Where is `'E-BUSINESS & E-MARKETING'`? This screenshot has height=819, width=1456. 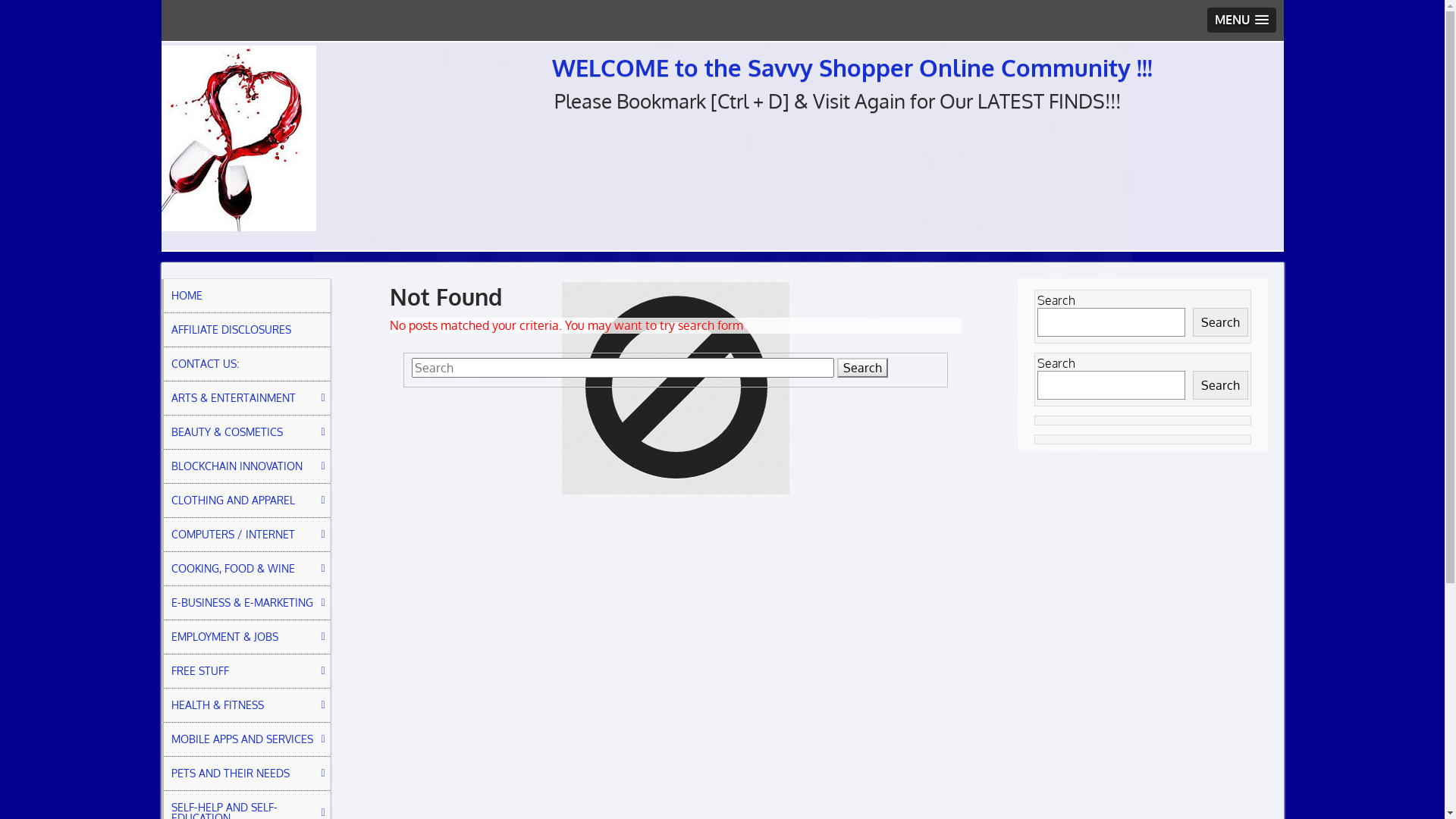 'E-BUSINESS & E-MARKETING' is located at coordinates (246, 601).